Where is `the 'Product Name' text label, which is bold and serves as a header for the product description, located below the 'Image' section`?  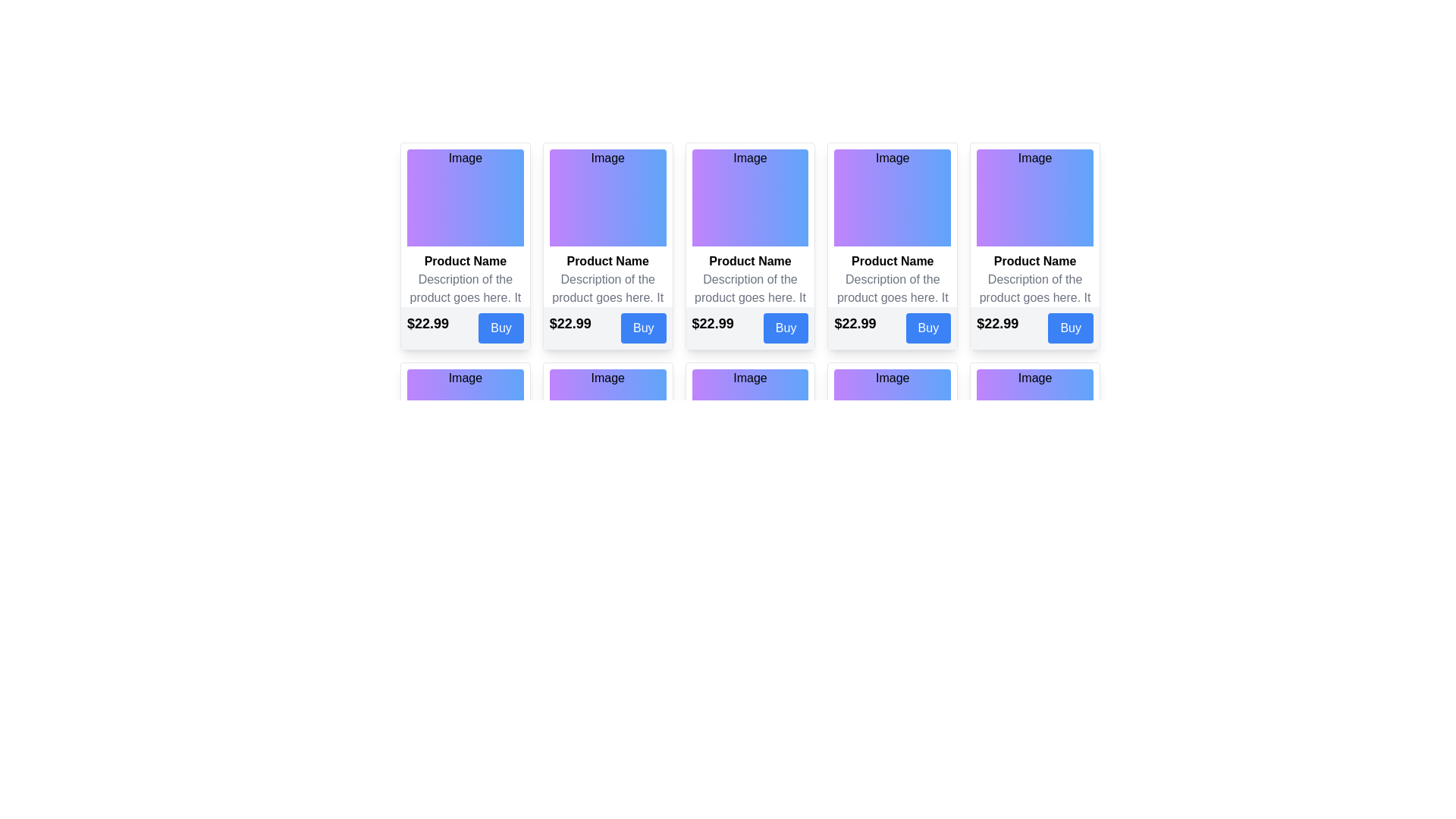
the 'Product Name' text label, which is bold and serves as a header for the product description, located below the 'Image' section is located at coordinates (1034, 260).